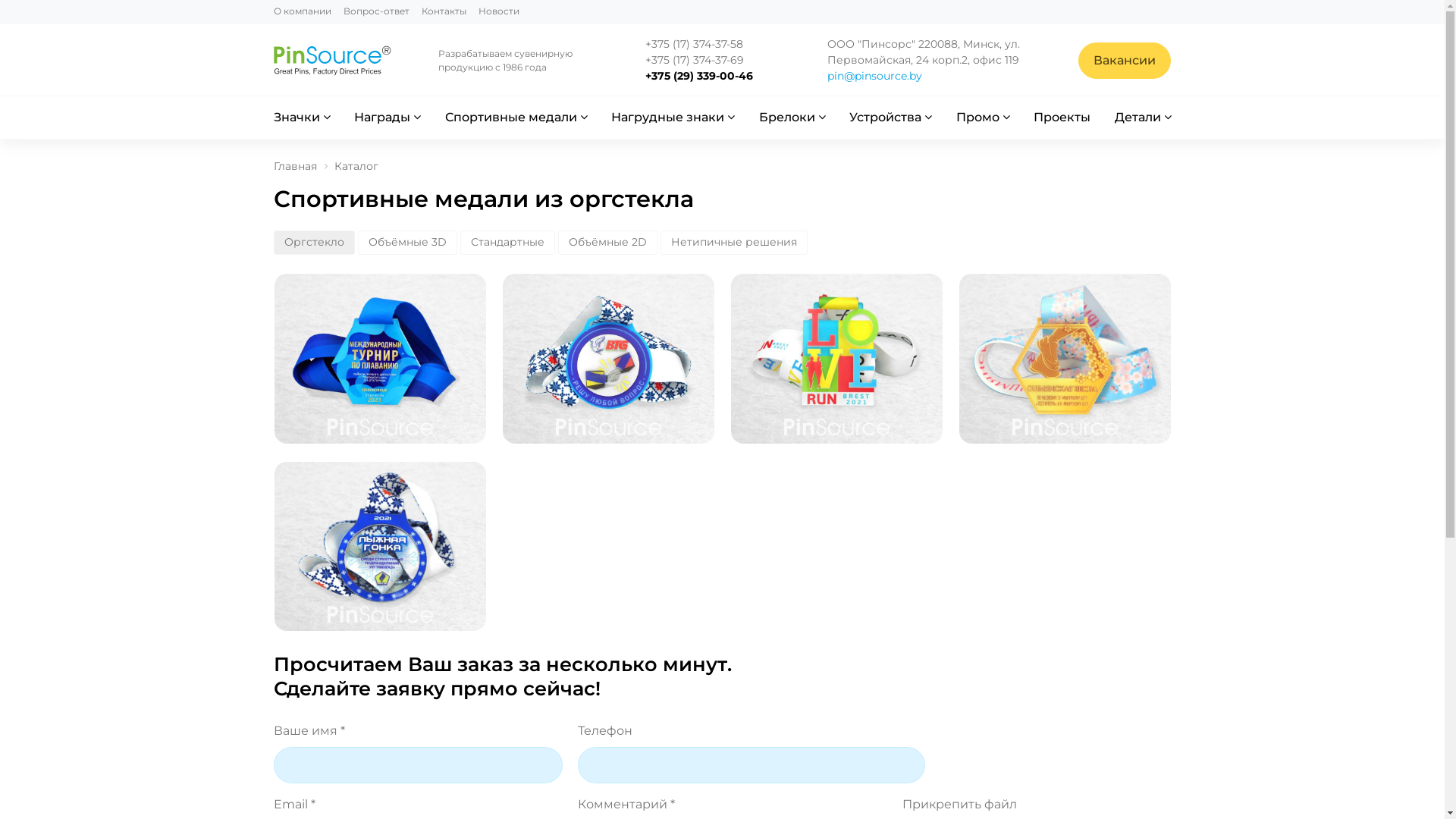 The height and width of the screenshot is (819, 1456). What do you see at coordinates (331, 60) in the screenshot?
I see `'pinsource'` at bounding box center [331, 60].